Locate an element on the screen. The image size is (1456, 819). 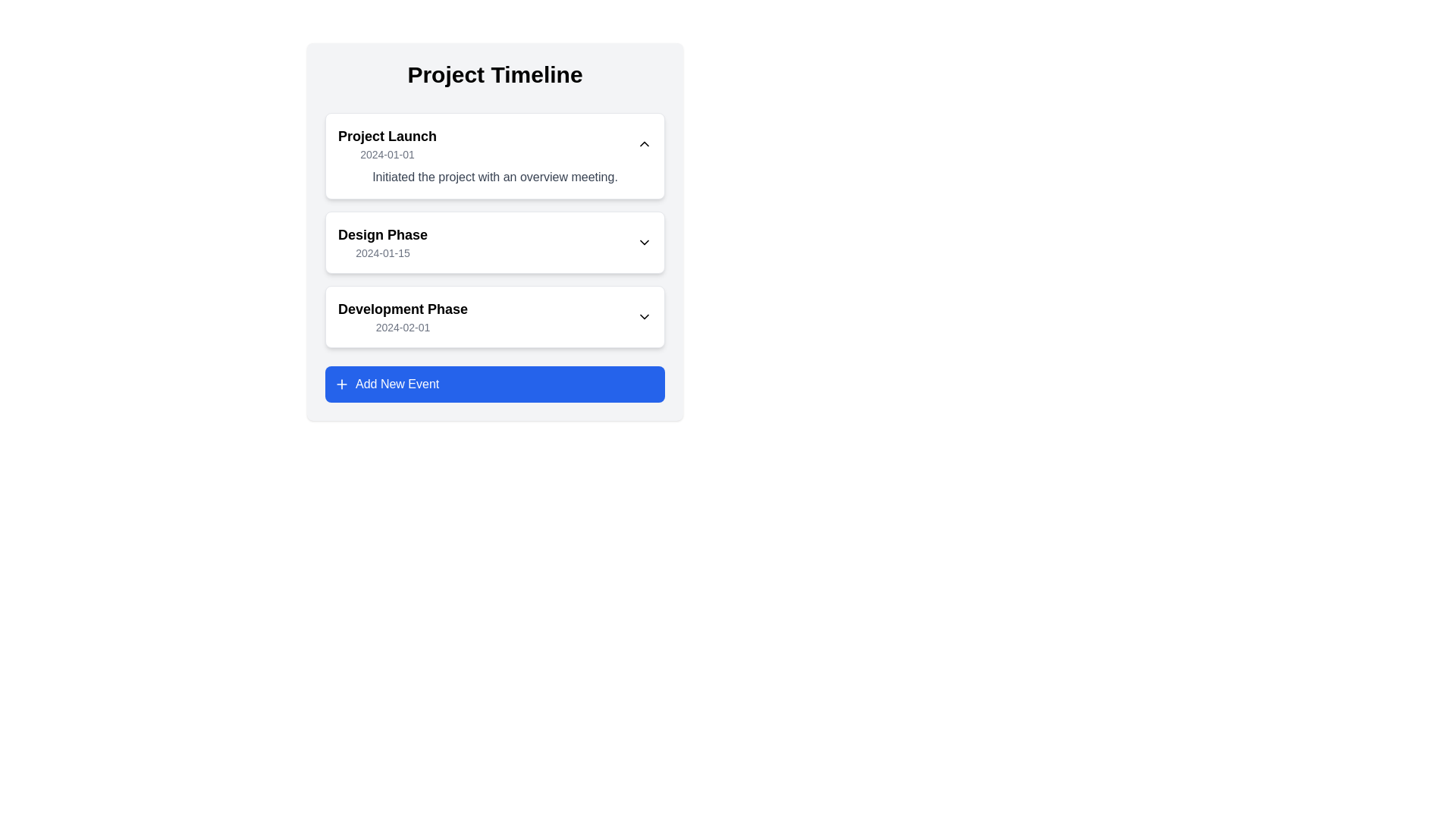
current phase 'Design Phase' and date '2024-01-15' from the collapsible informational card that has a white background and rounded corners, located as the second item in the list of cards is located at coordinates (494, 242).